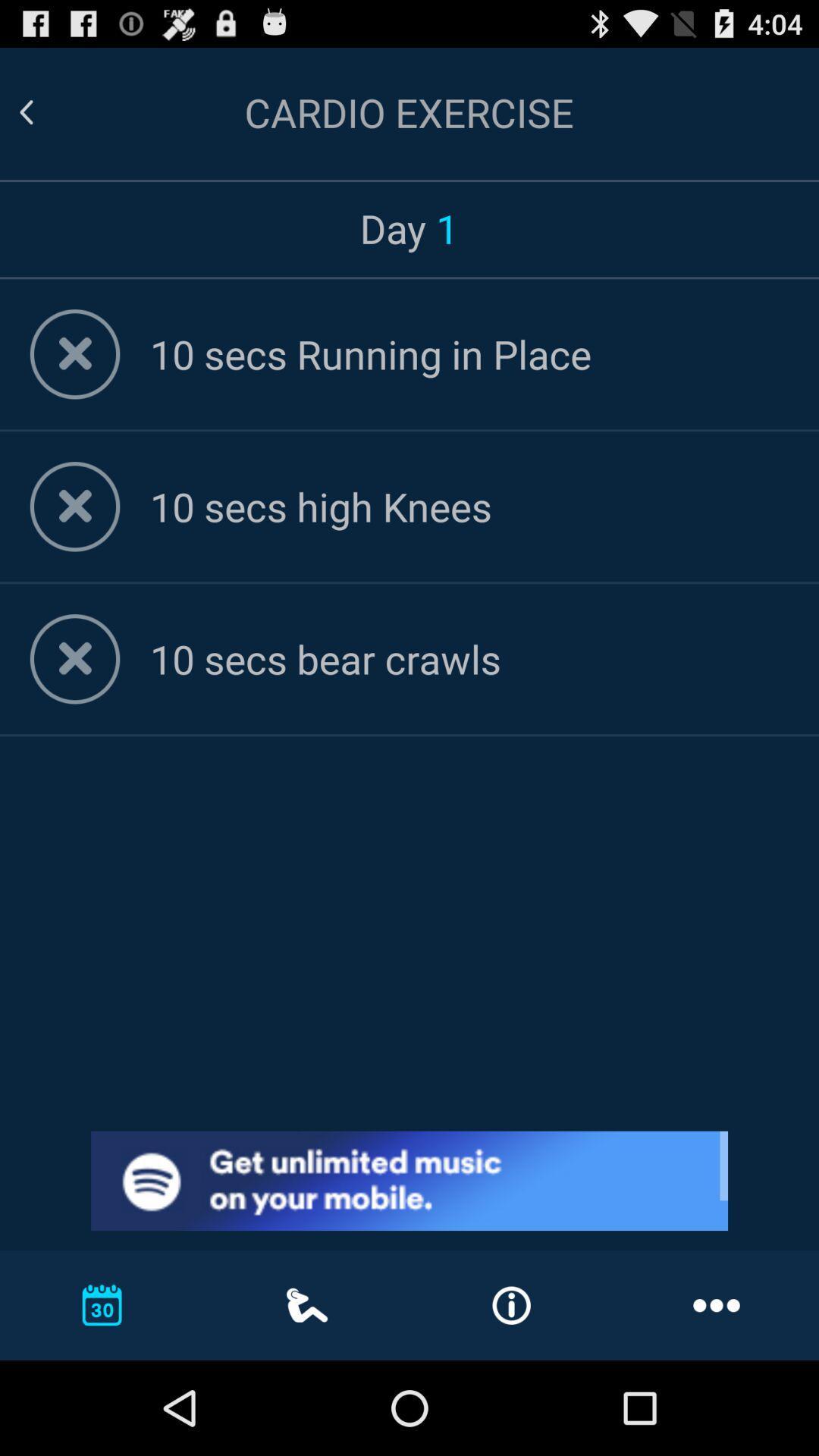  Describe the element at coordinates (468, 353) in the screenshot. I see `the option 10 secs running in place` at that location.